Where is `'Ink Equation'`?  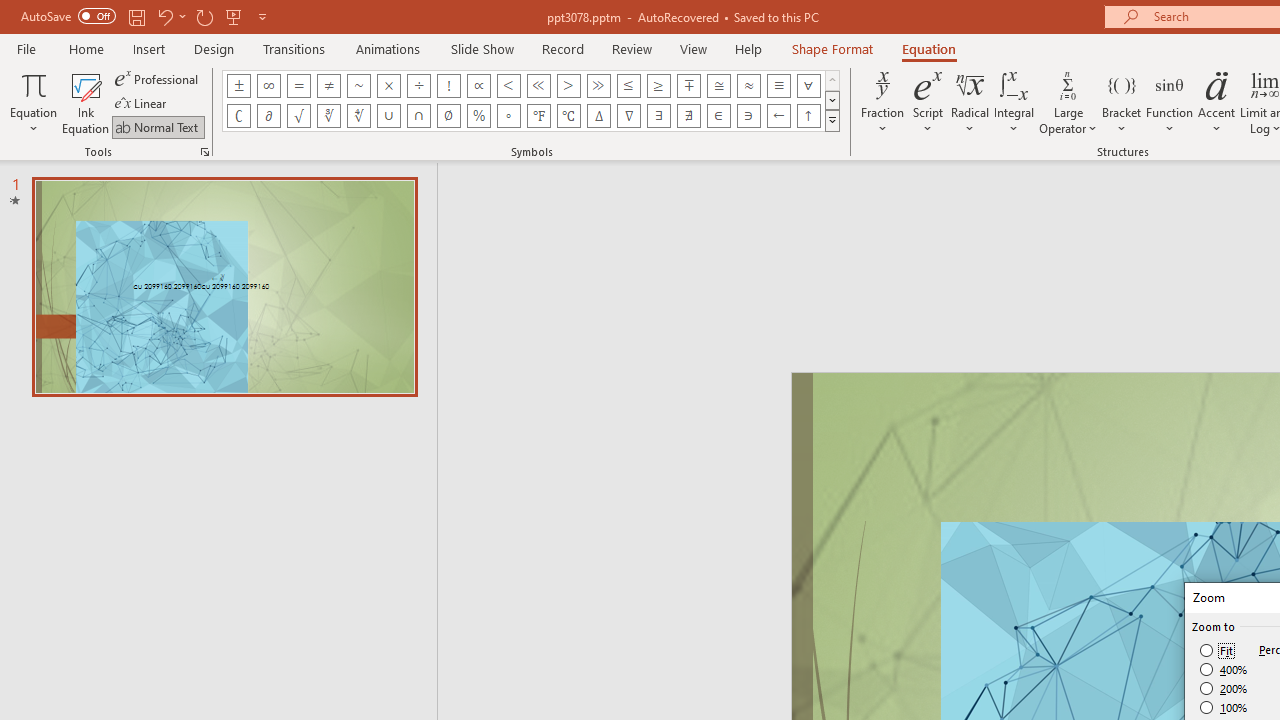 'Ink Equation' is located at coordinates (85, 103).